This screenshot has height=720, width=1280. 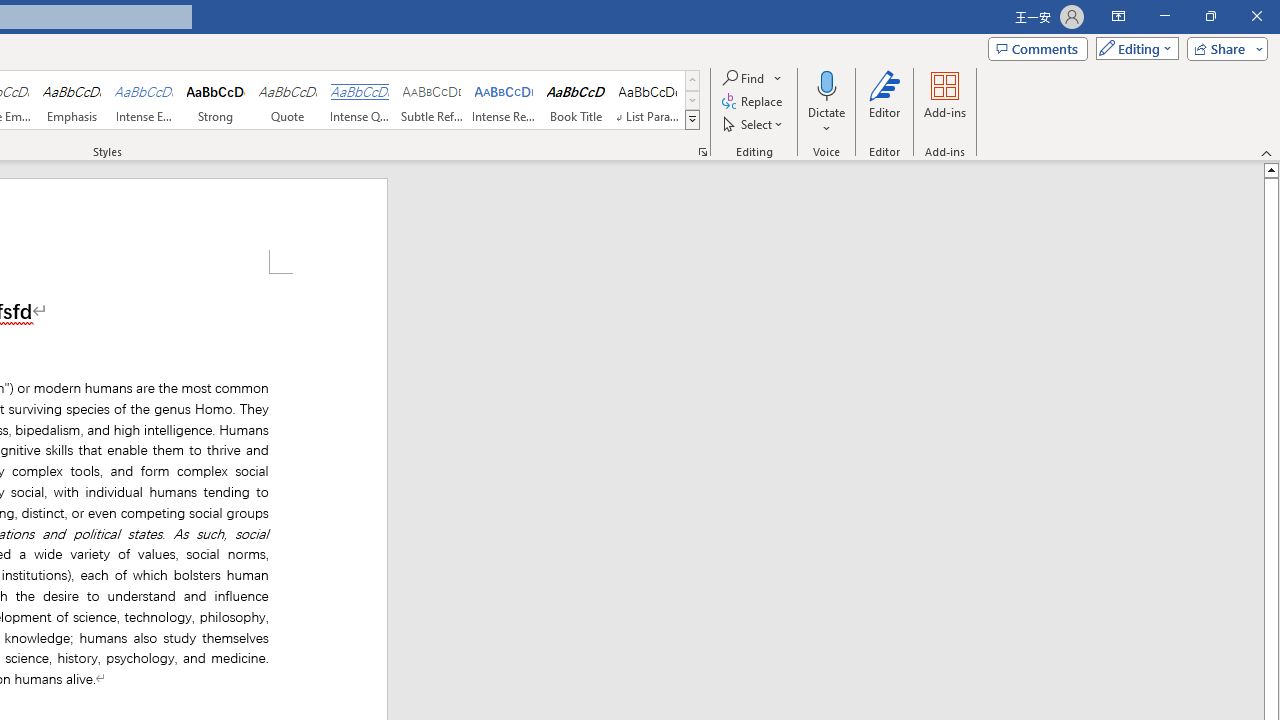 I want to click on 'Intense Emphasis', so click(x=143, y=100).